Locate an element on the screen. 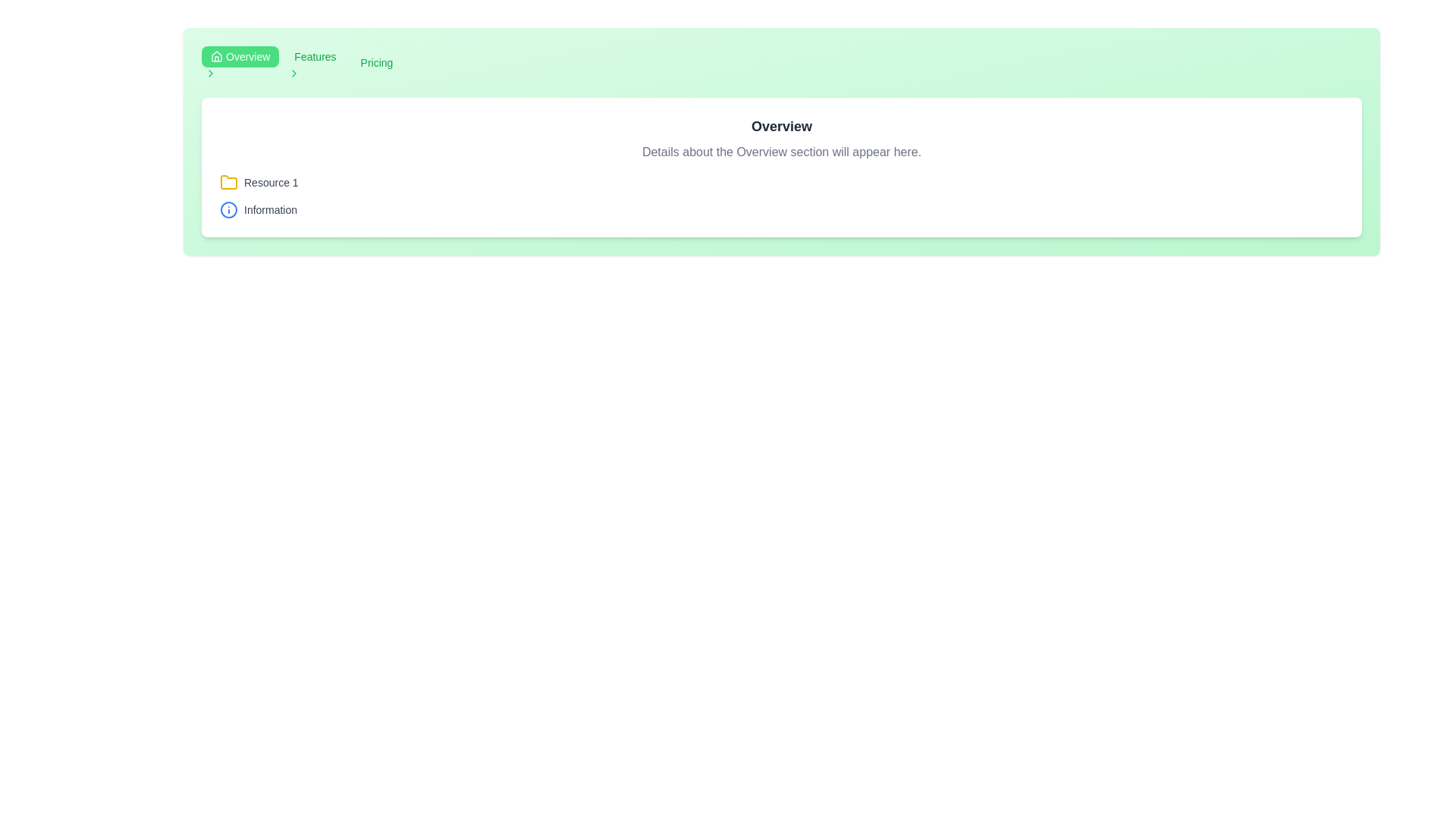  the circular outline decorative SVG element located in the lower part of the information icon, situated underneath the 'i' symbol is located at coordinates (228, 210).